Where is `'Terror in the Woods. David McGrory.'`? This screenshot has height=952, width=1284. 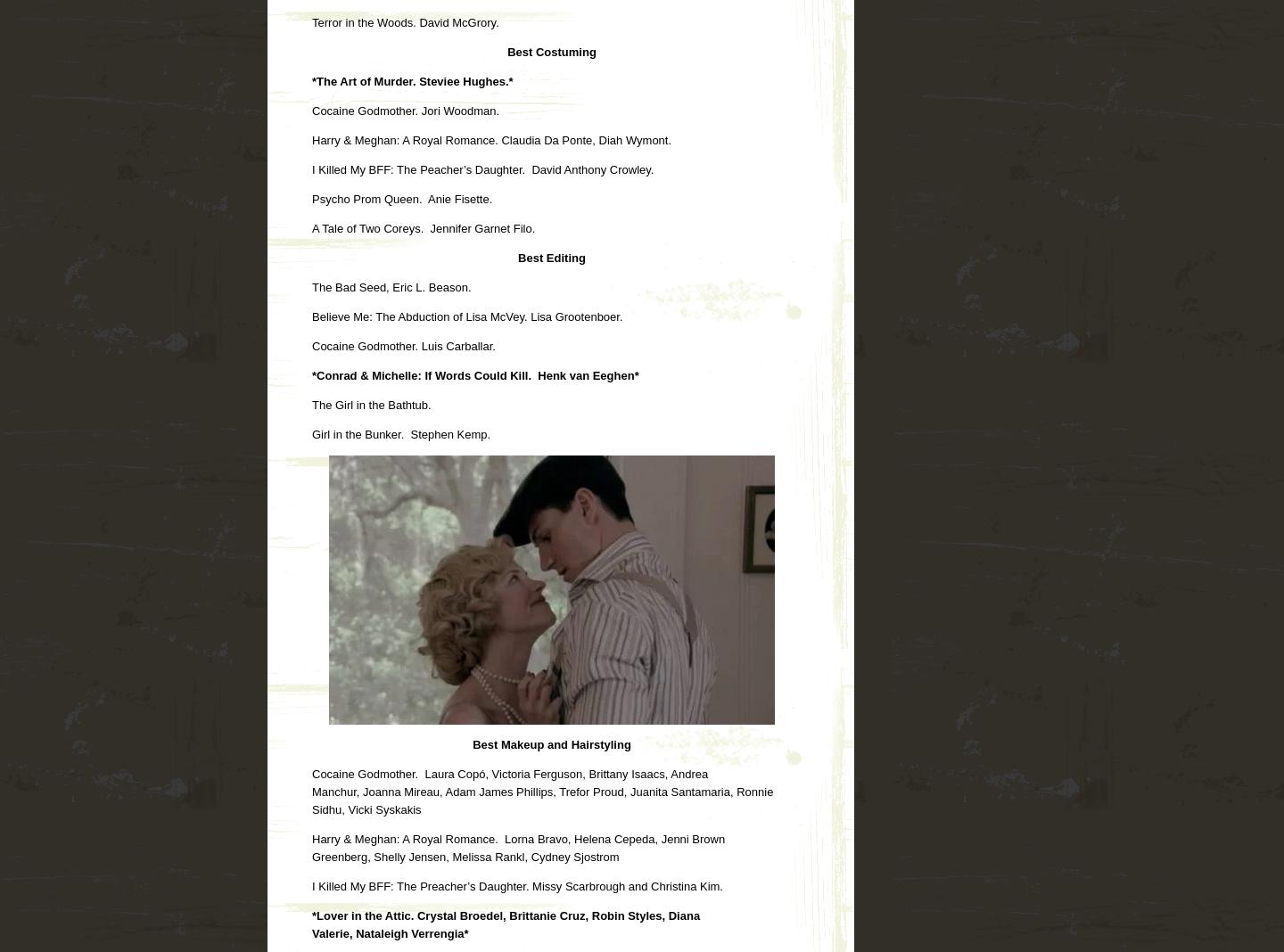 'Terror in the Woods. David McGrory.' is located at coordinates (312, 21).